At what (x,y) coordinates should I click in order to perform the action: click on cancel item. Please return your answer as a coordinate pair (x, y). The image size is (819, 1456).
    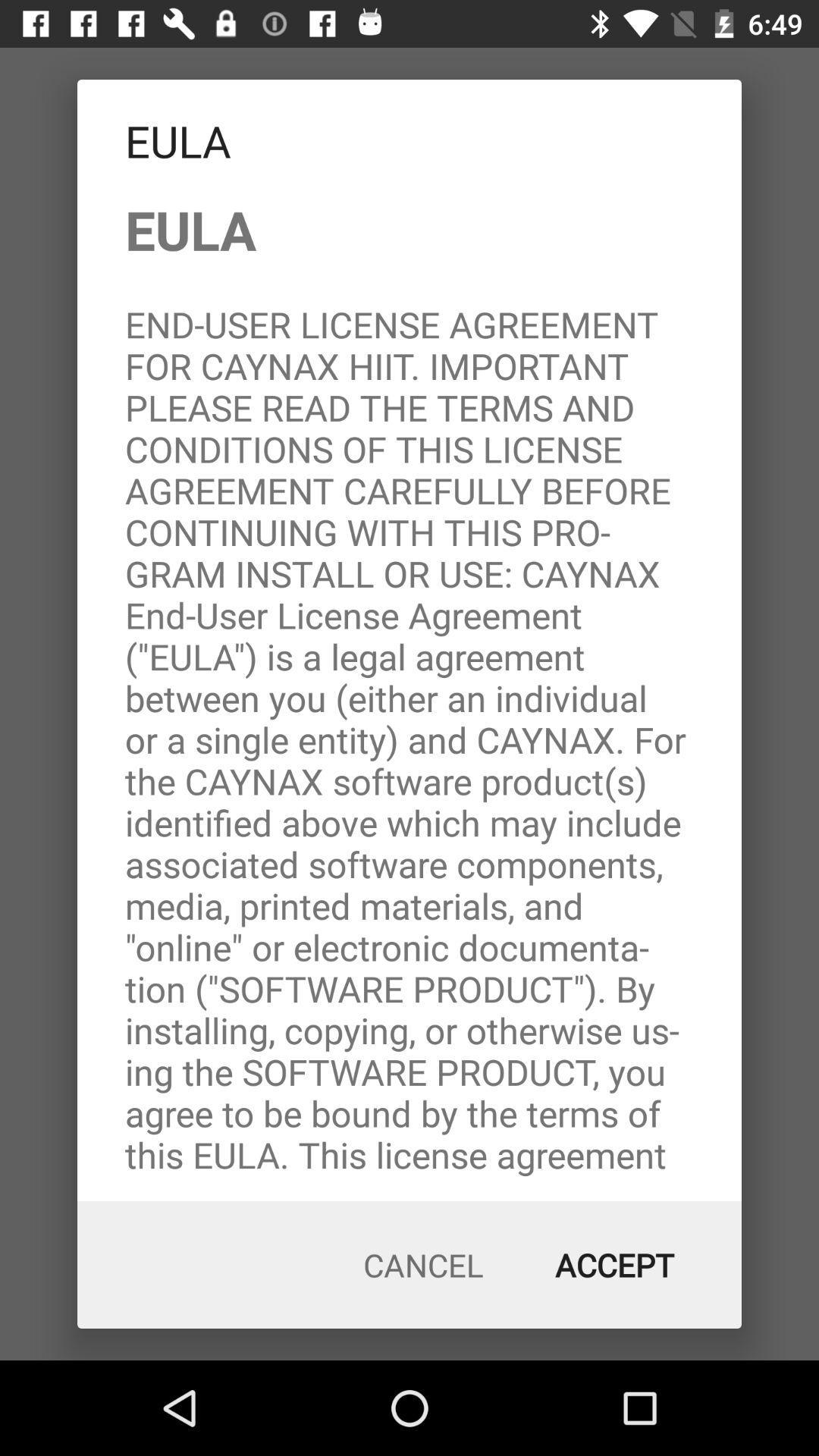
    Looking at the image, I should click on (423, 1265).